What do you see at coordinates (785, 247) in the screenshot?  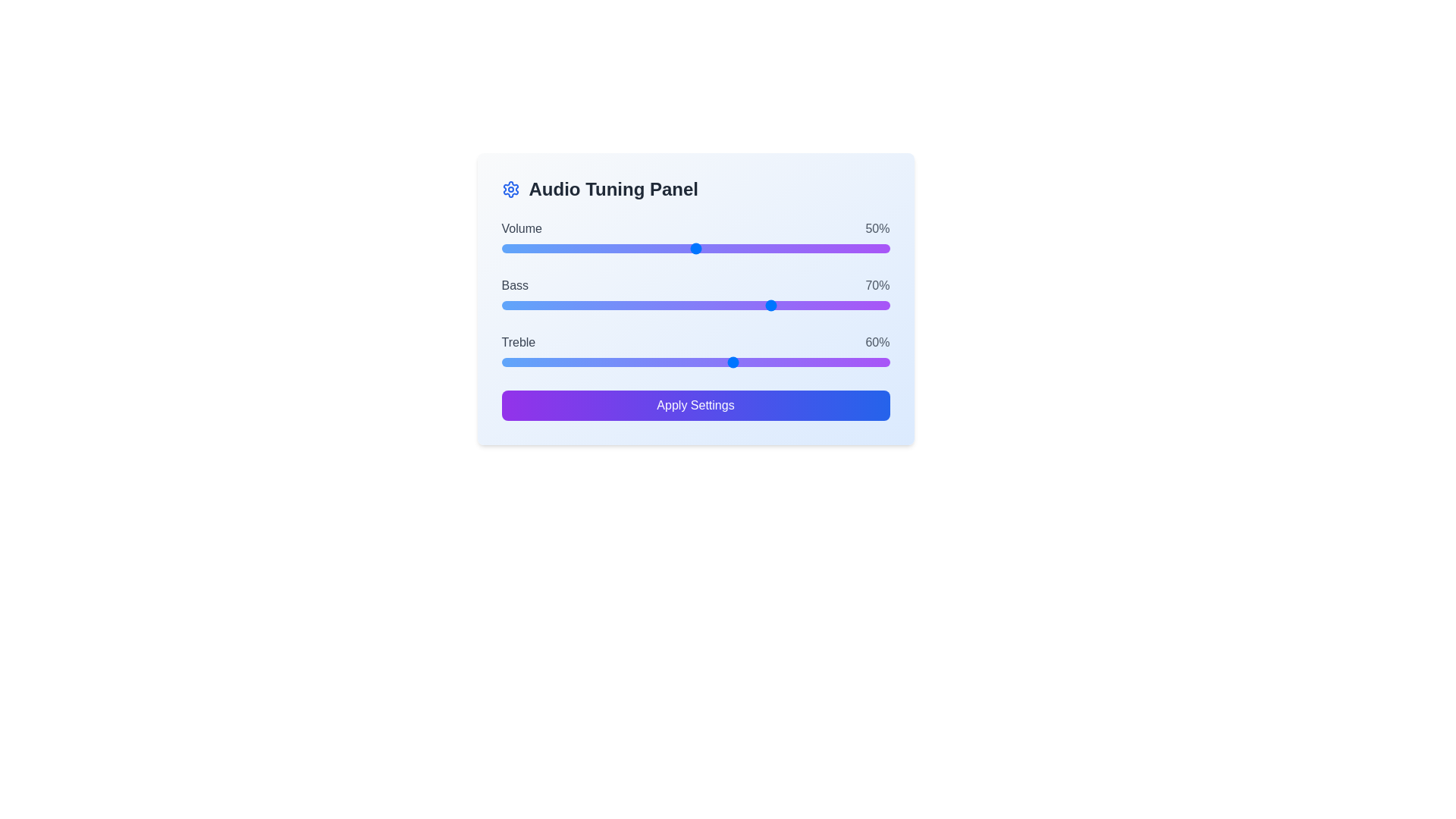 I see `the volume slider` at bounding box center [785, 247].